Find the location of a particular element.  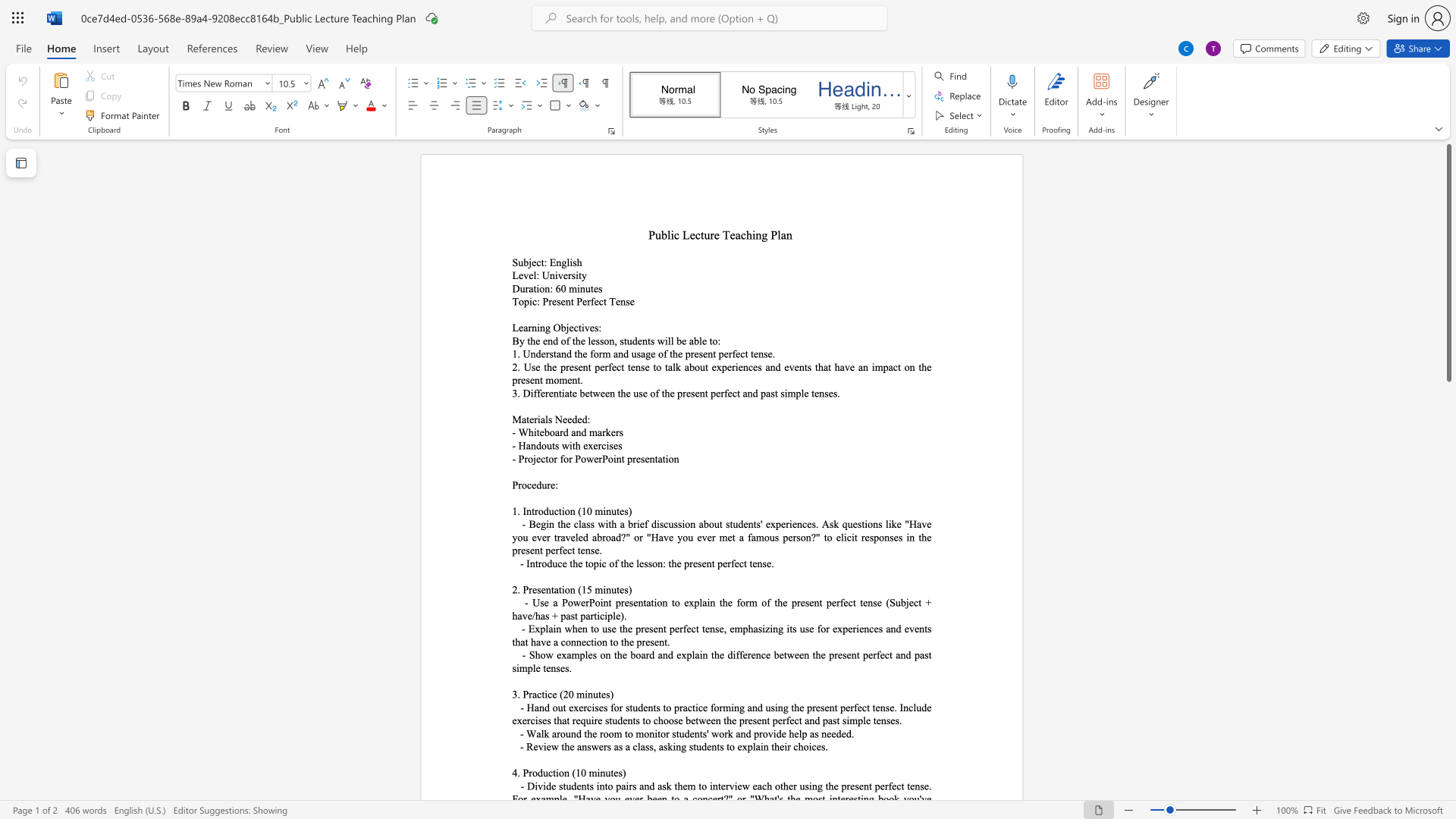

the space between the continuous character "s" and ")" in the text is located at coordinates (628, 511).